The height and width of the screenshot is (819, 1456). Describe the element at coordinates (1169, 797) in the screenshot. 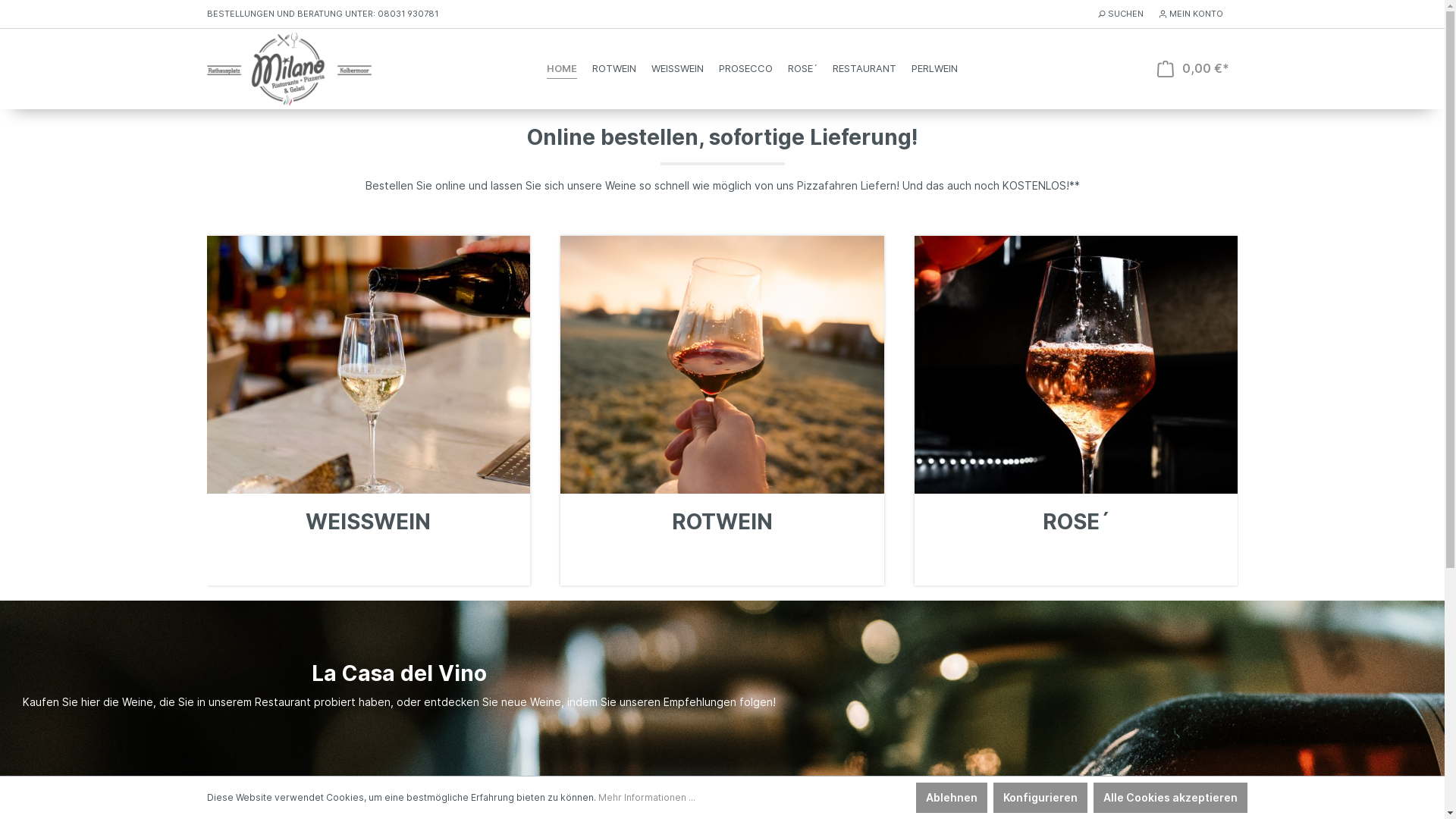

I see `'Alle Cookies akzeptieren'` at that location.